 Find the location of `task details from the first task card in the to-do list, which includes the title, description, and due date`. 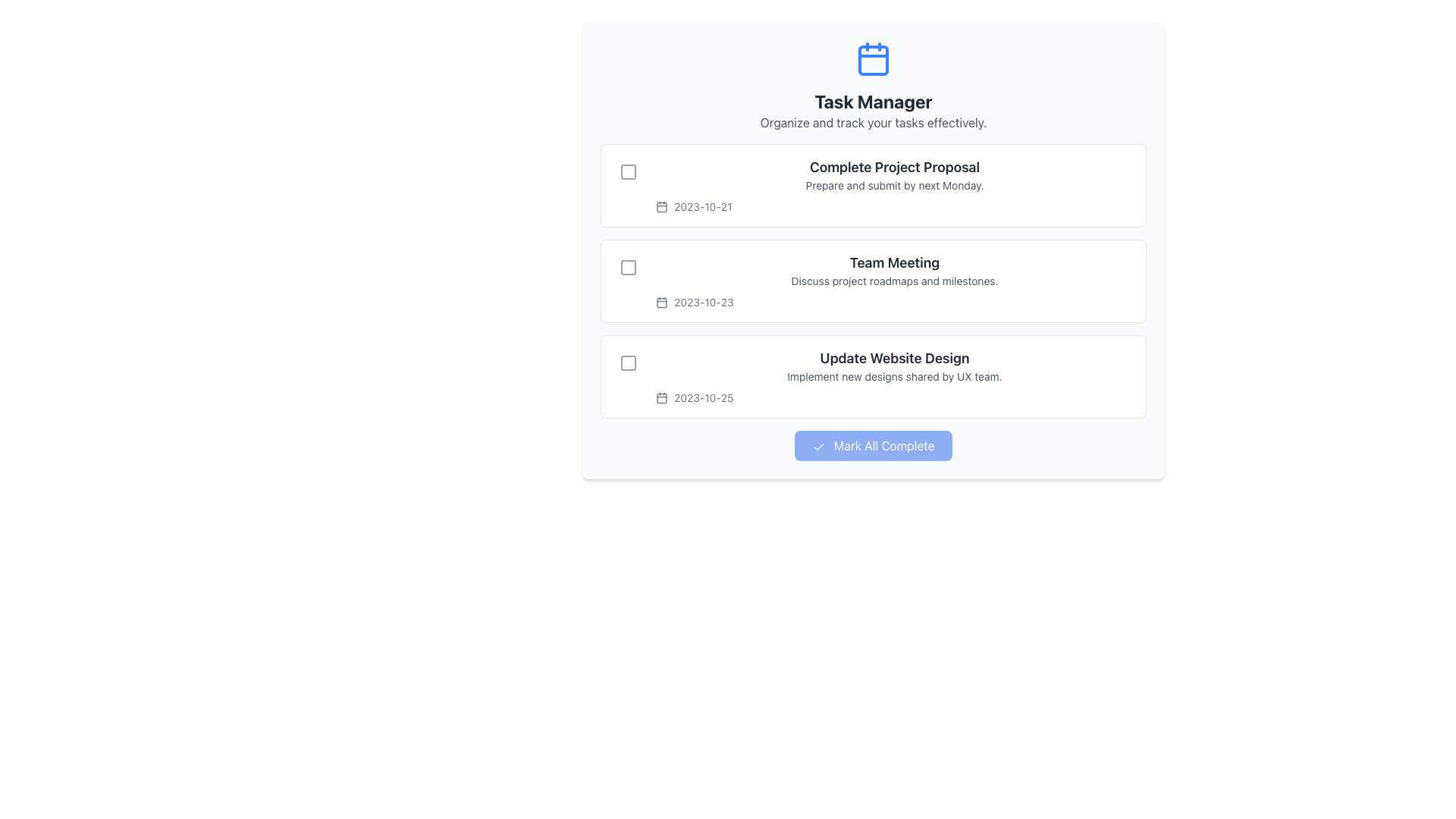

task details from the first task card in the to-do list, which includes the title, description, and due date is located at coordinates (874, 185).